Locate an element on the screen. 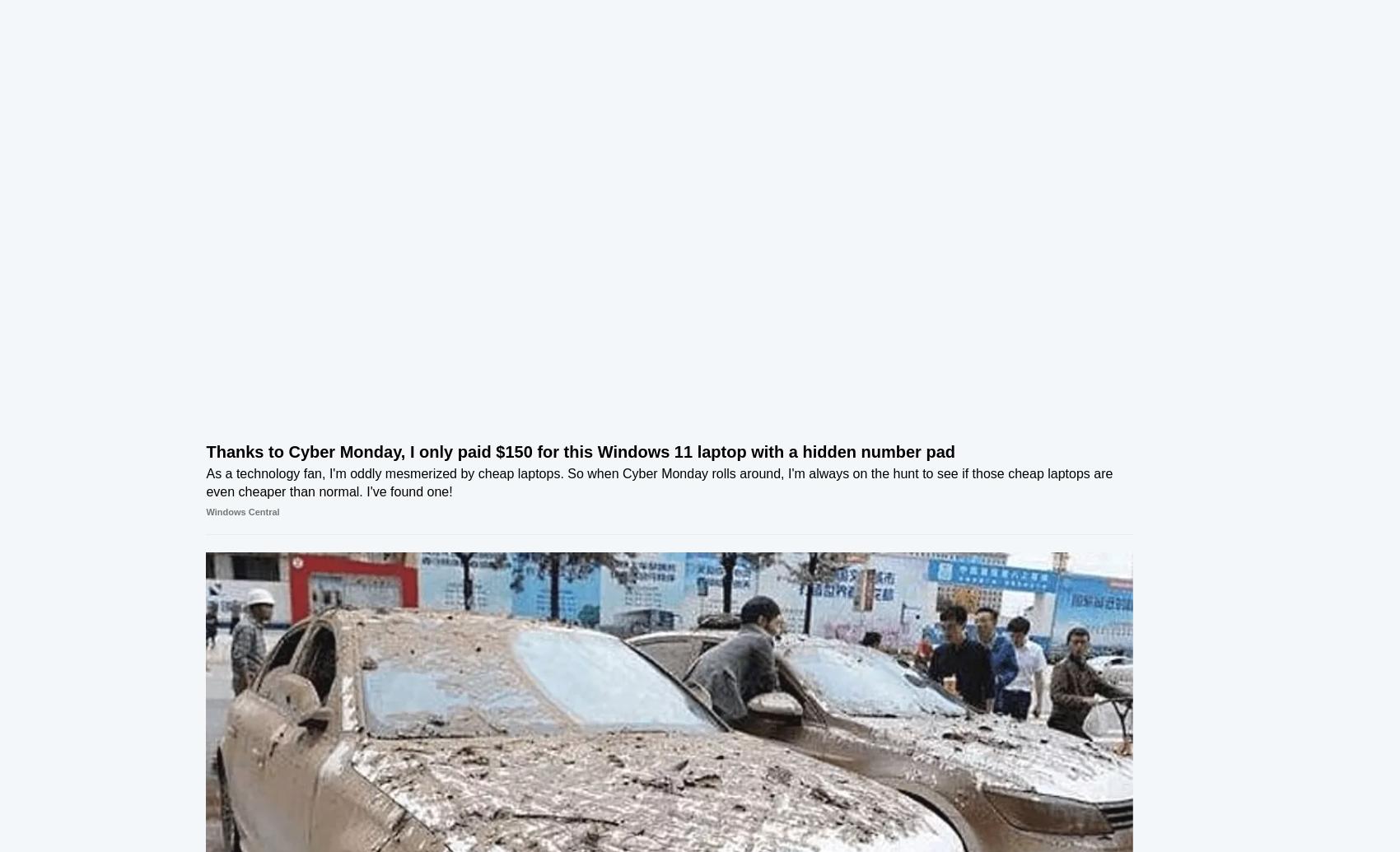 Image resolution: width=1400 pixels, height=852 pixels. 'Today at 10:35 AM' is located at coordinates (1083, 139).